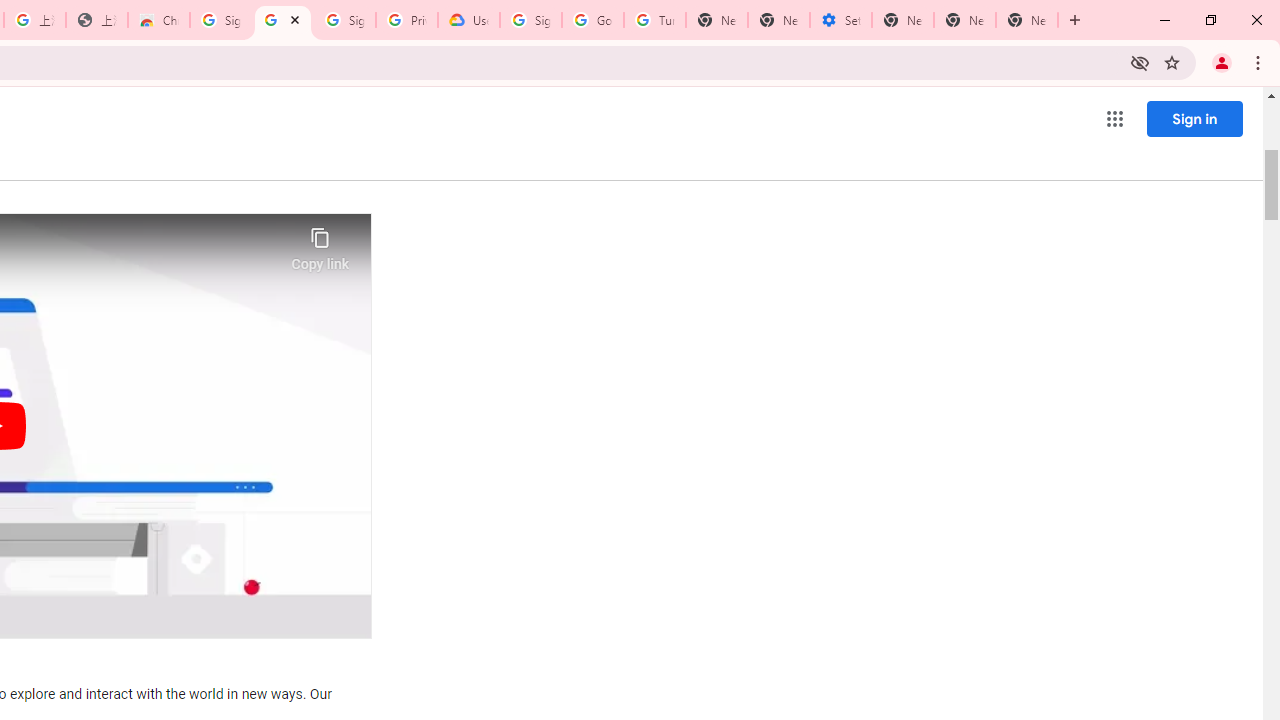 Image resolution: width=1280 pixels, height=720 pixels. What do you see at coordinates (1027, 20) in the screenshot?
I see `'New Tab'` at bounding box center [1027, 20].